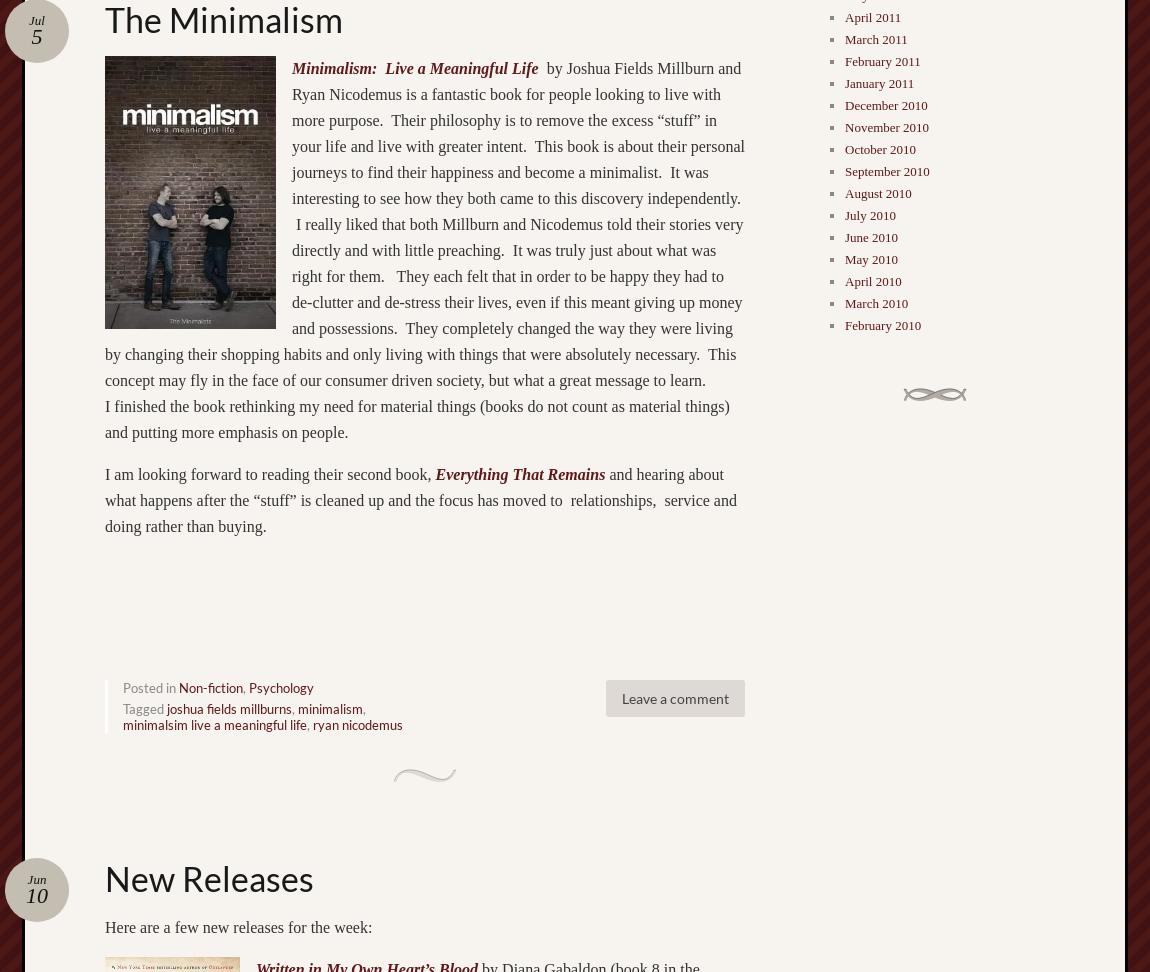  Describe the element at coordinates (885, 104) in the screenshot. I see `'December 2010'` at that location.